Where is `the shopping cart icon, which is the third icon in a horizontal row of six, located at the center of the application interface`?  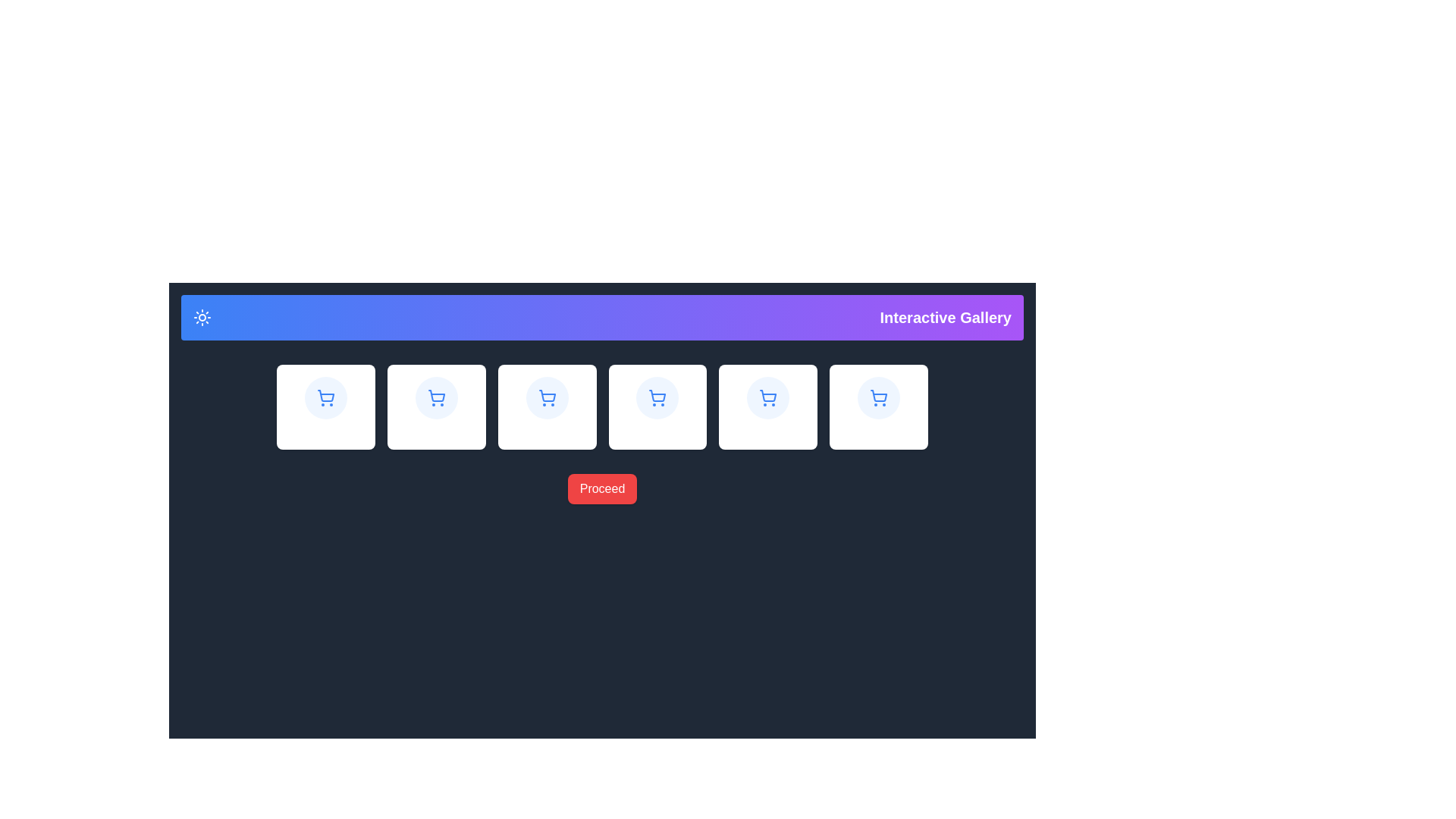 the shopping cart icon, which is the third icon in a horizontal row of six, located at the center of the application interface is located at coordinates (546, 395).